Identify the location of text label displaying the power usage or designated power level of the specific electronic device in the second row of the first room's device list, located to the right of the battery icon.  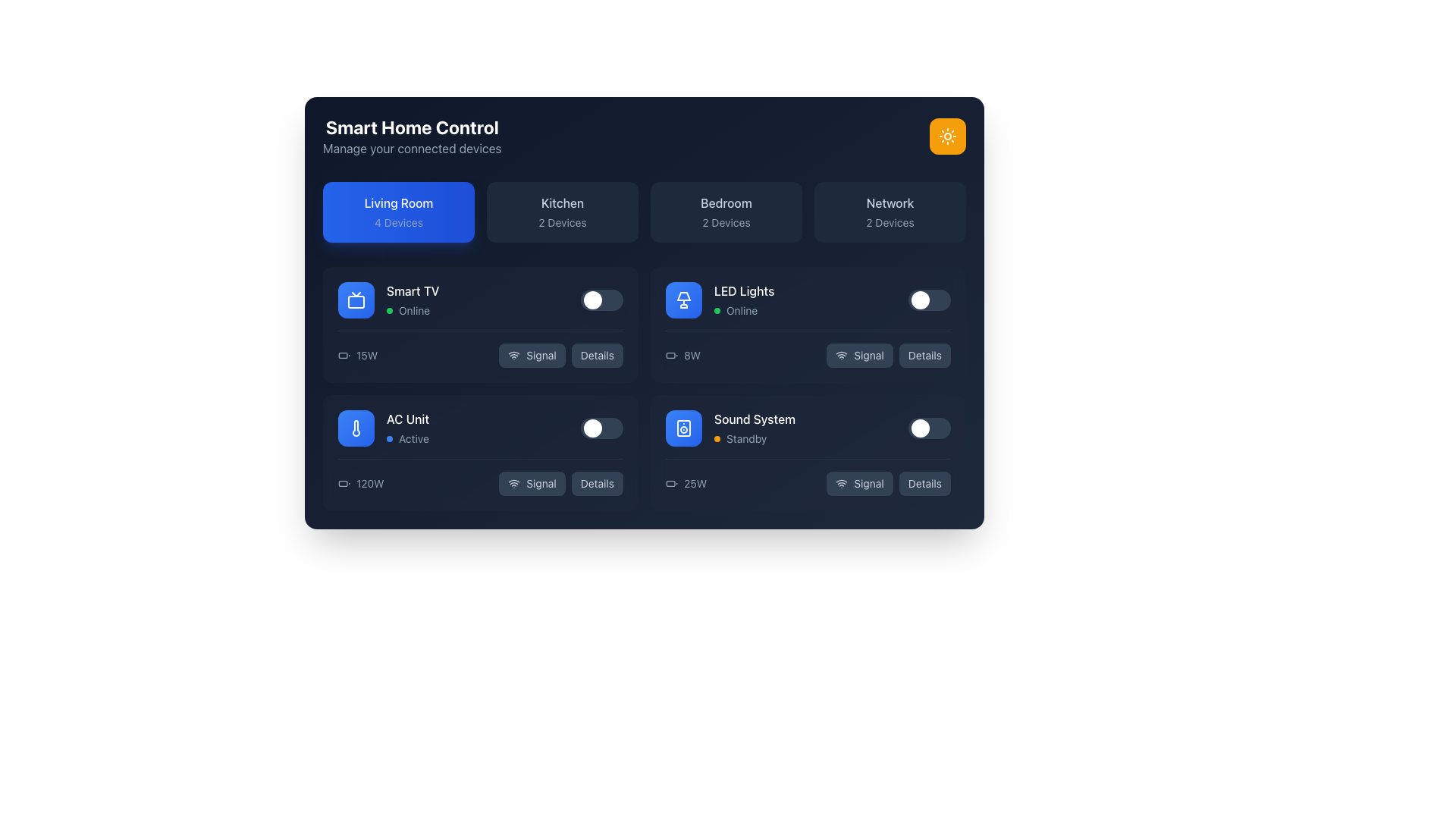
(367, 356).